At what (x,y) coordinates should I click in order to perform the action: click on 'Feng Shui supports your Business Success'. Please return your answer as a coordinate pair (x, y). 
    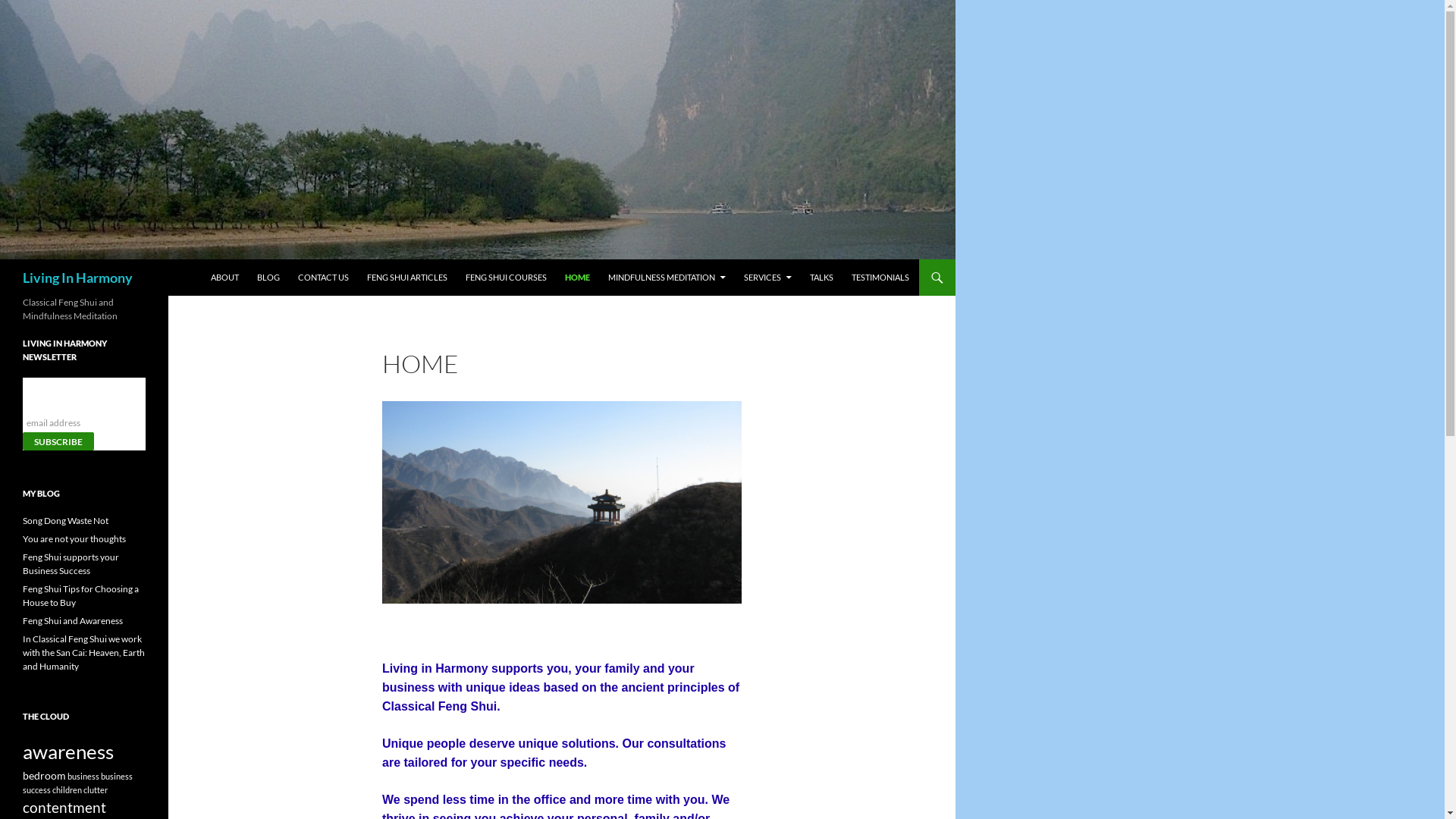
    Looking at the image, I should click on (70, 563).